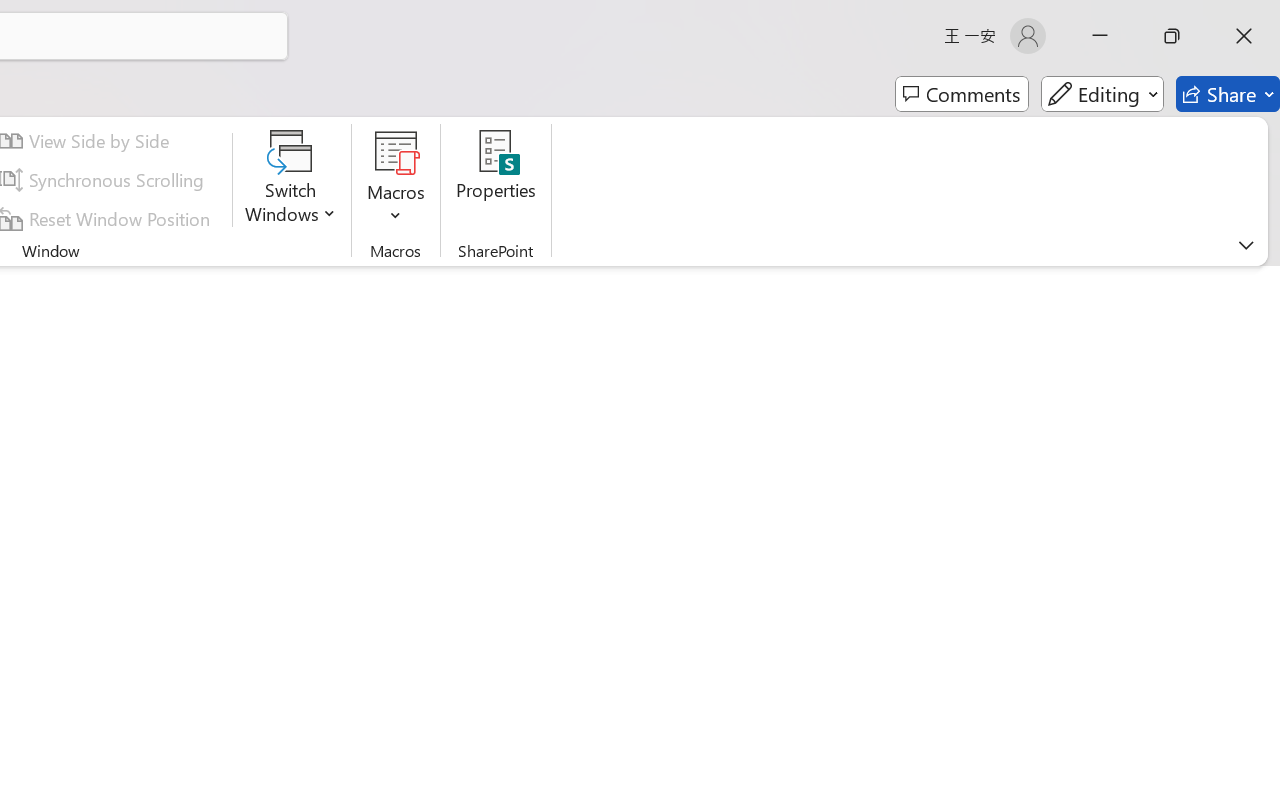  What do you see at coordinates (396, 151) in the screenshot?
I see `'View Macros'` at bounding box center [396, 151].